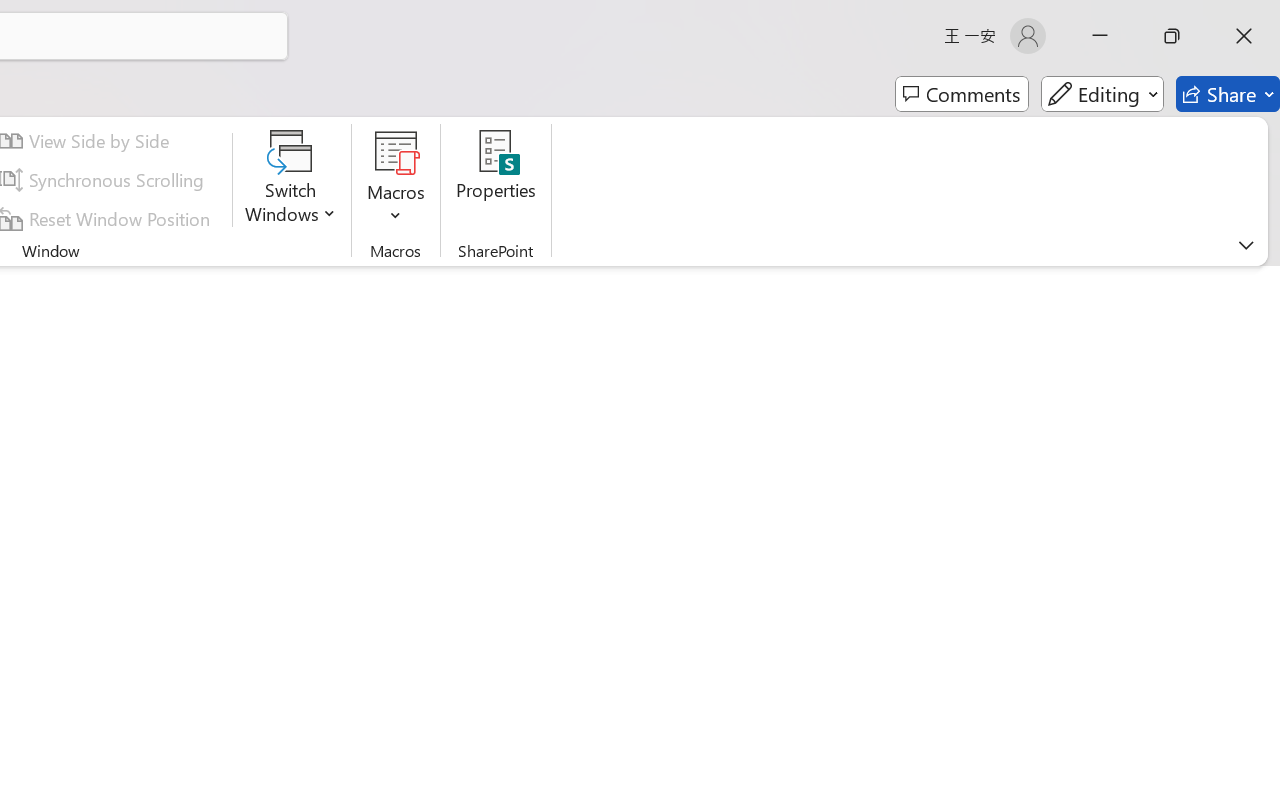  What do you see at coordinates (396, 151) in the screenshot?
I see `'View Macros'` at bounding box center [396, 151].